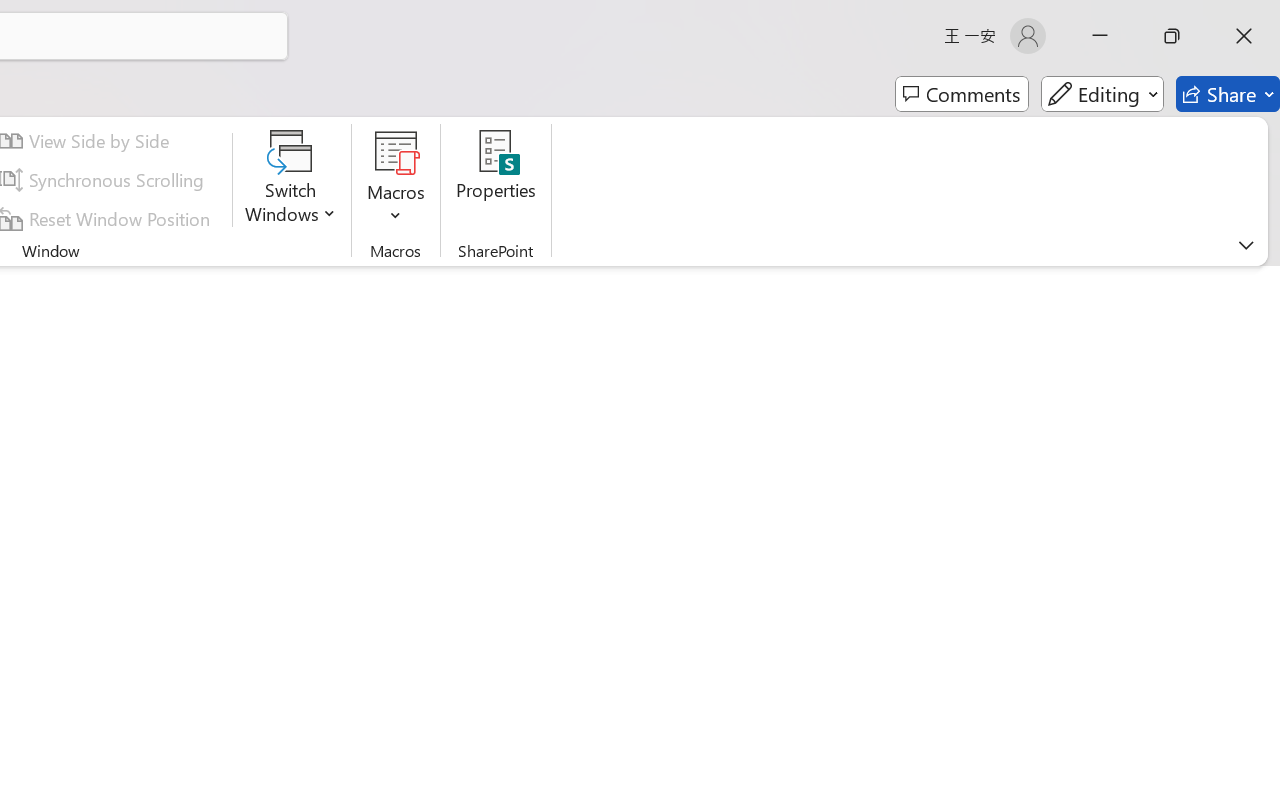  What do you see at coordinates (396, 151) in the screenshot?
I see `'View Macros'` at bounding box center [396, 151].